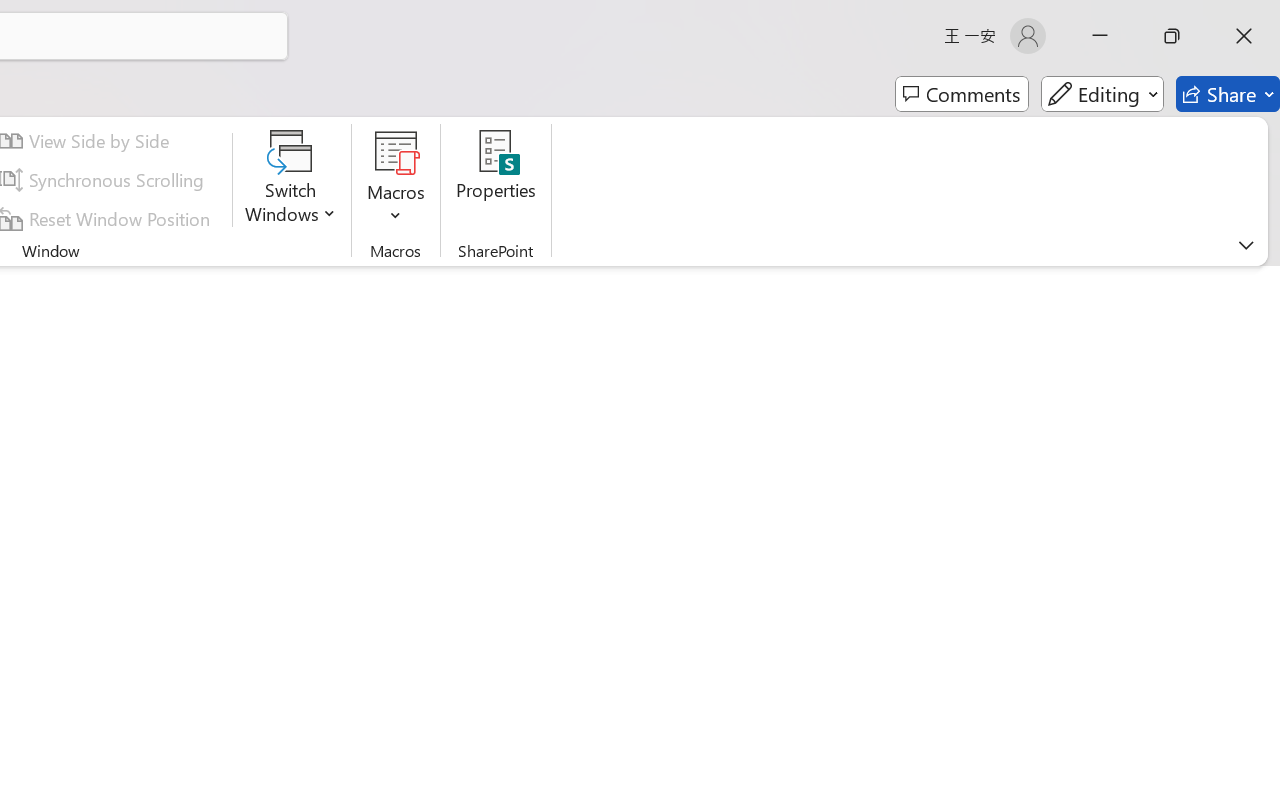  What do you see at coordinates (396, 151) in the screenshot?
I see `'View Macros'` at bounding box center [396, 151].